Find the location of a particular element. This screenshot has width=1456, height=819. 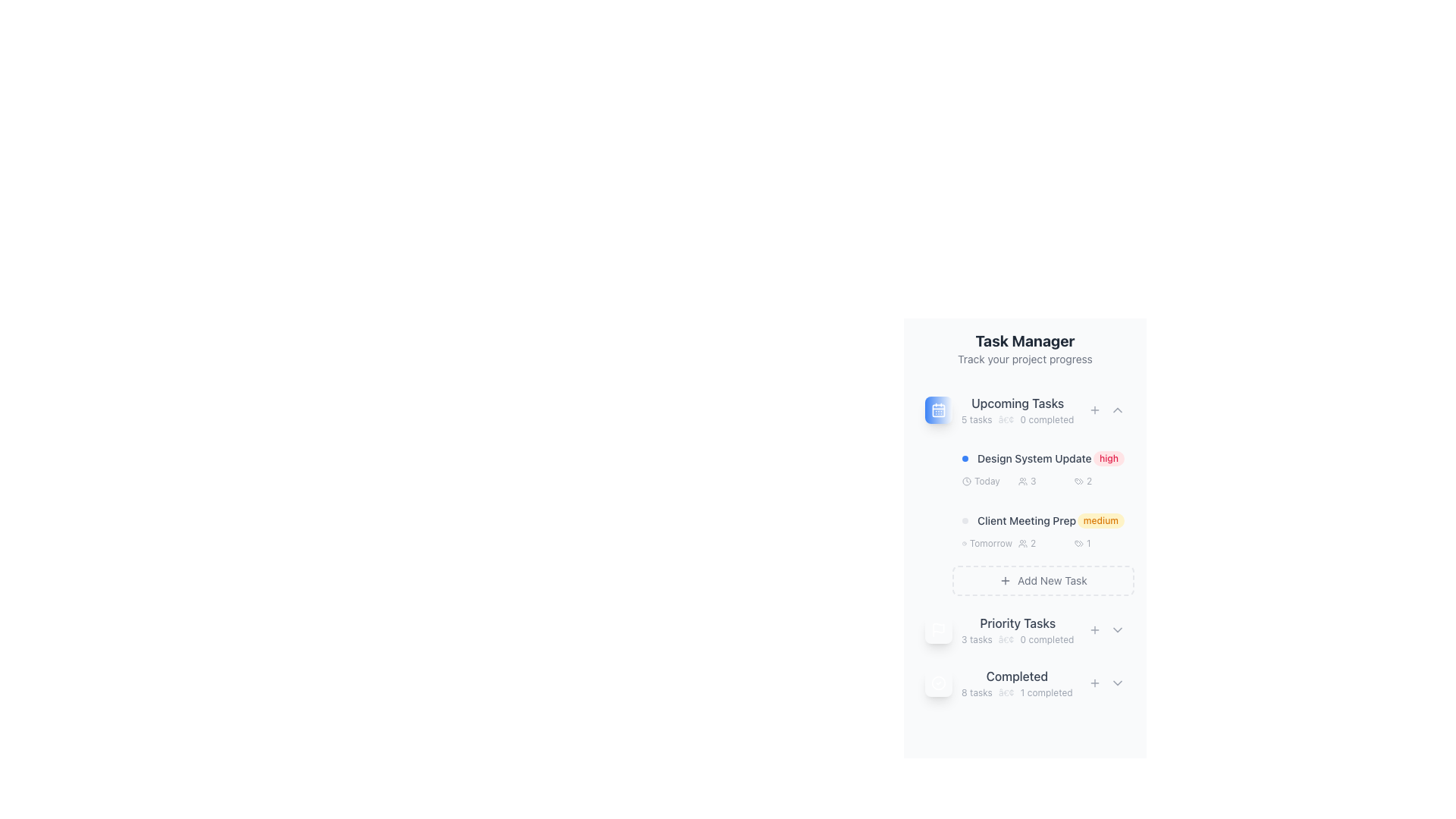

the static text label that serves as a heading for the task tracking section, located at the top of the sidebar-like section is located at coordinates (1025, 341).